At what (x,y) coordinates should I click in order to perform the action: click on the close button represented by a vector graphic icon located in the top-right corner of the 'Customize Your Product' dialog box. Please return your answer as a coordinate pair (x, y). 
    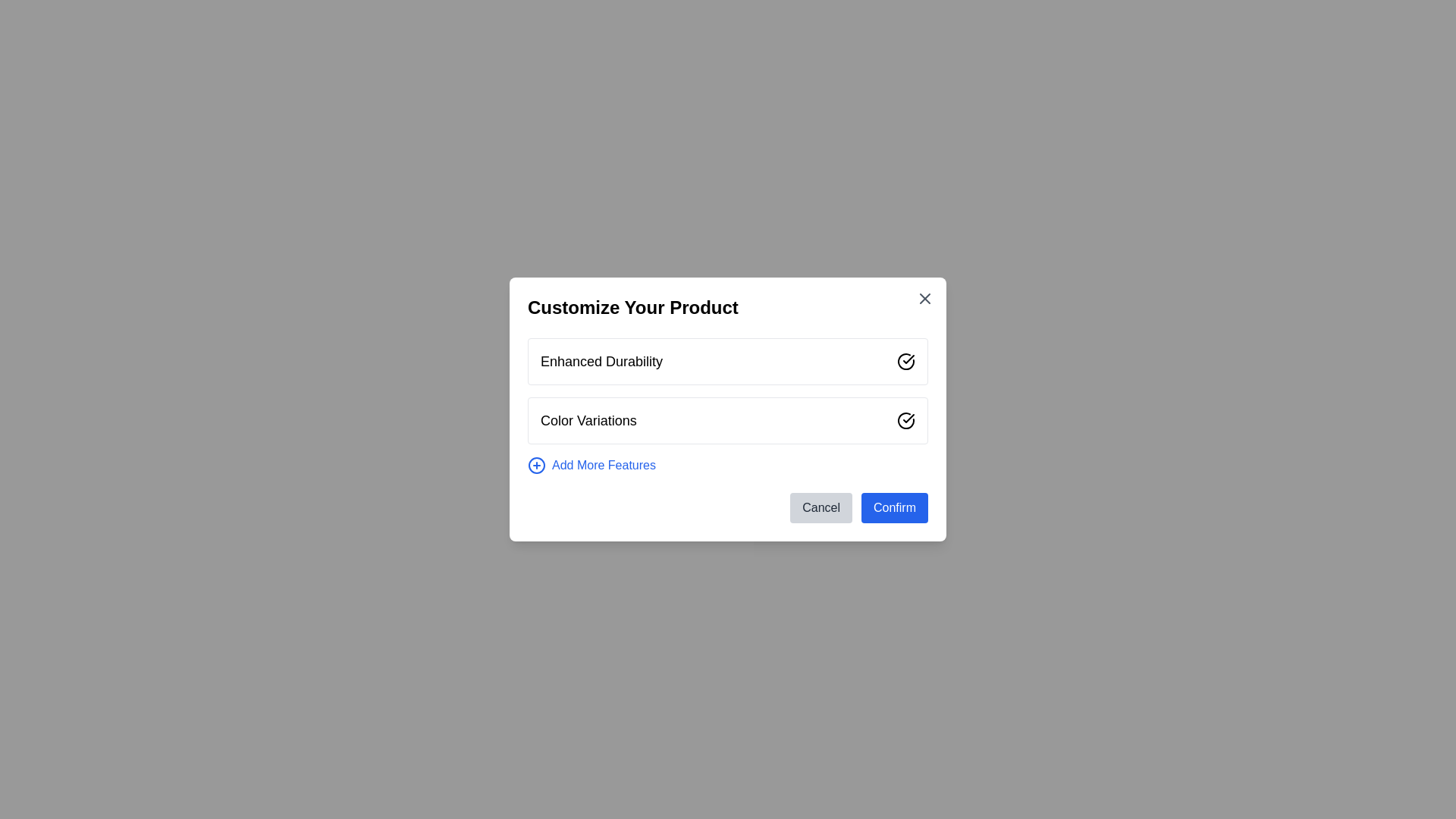
    Looking at the image, I should click on (924, 298).